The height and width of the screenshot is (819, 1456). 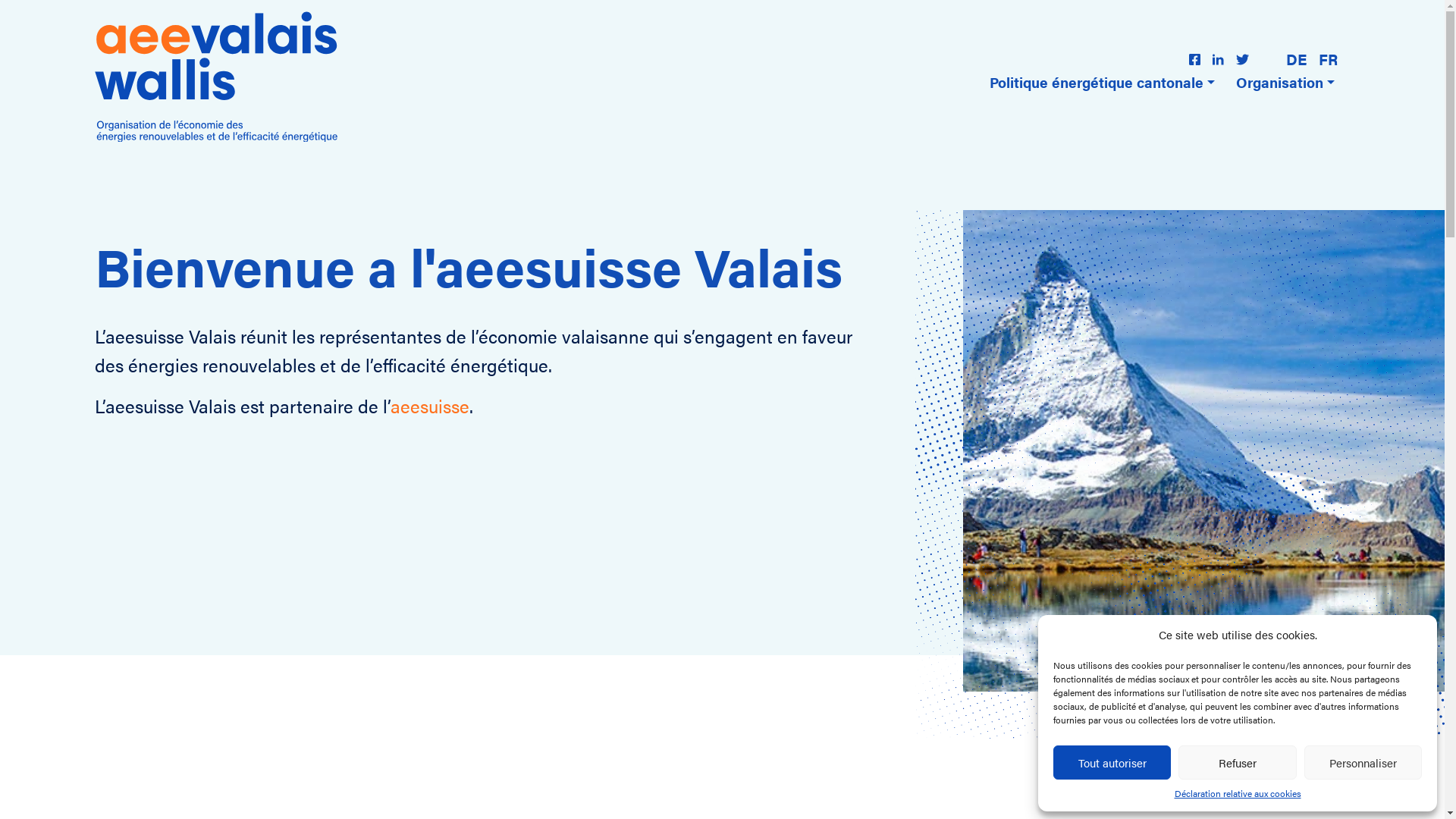 I want to click on 'Personnaliser', so click(x=1303, y=762).